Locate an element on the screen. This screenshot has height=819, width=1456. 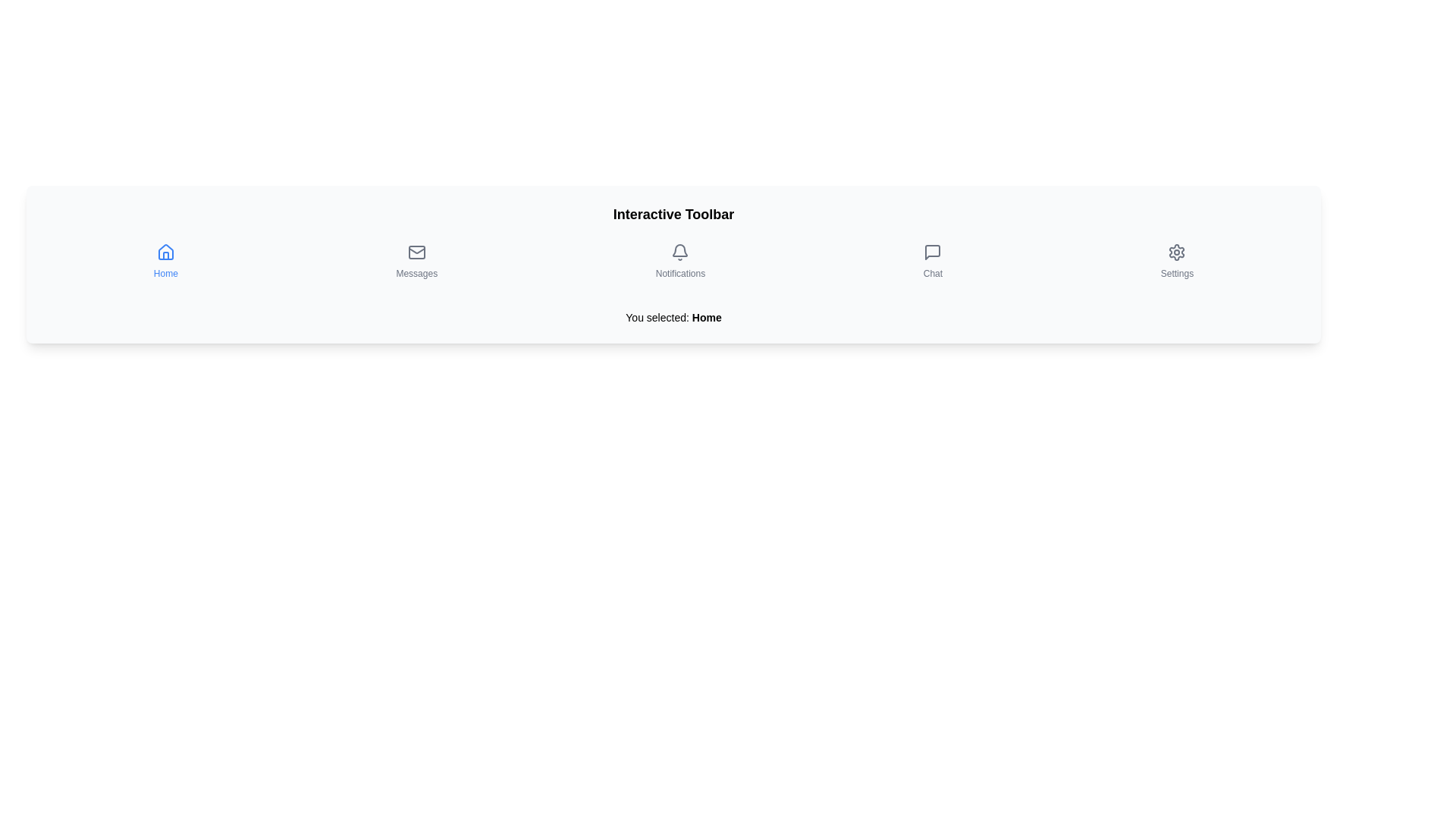
emphasized text indicating the user's current selection, which displays 'You selected: Home' located centrally below the toolbar area is located at coordinates (706, 317).